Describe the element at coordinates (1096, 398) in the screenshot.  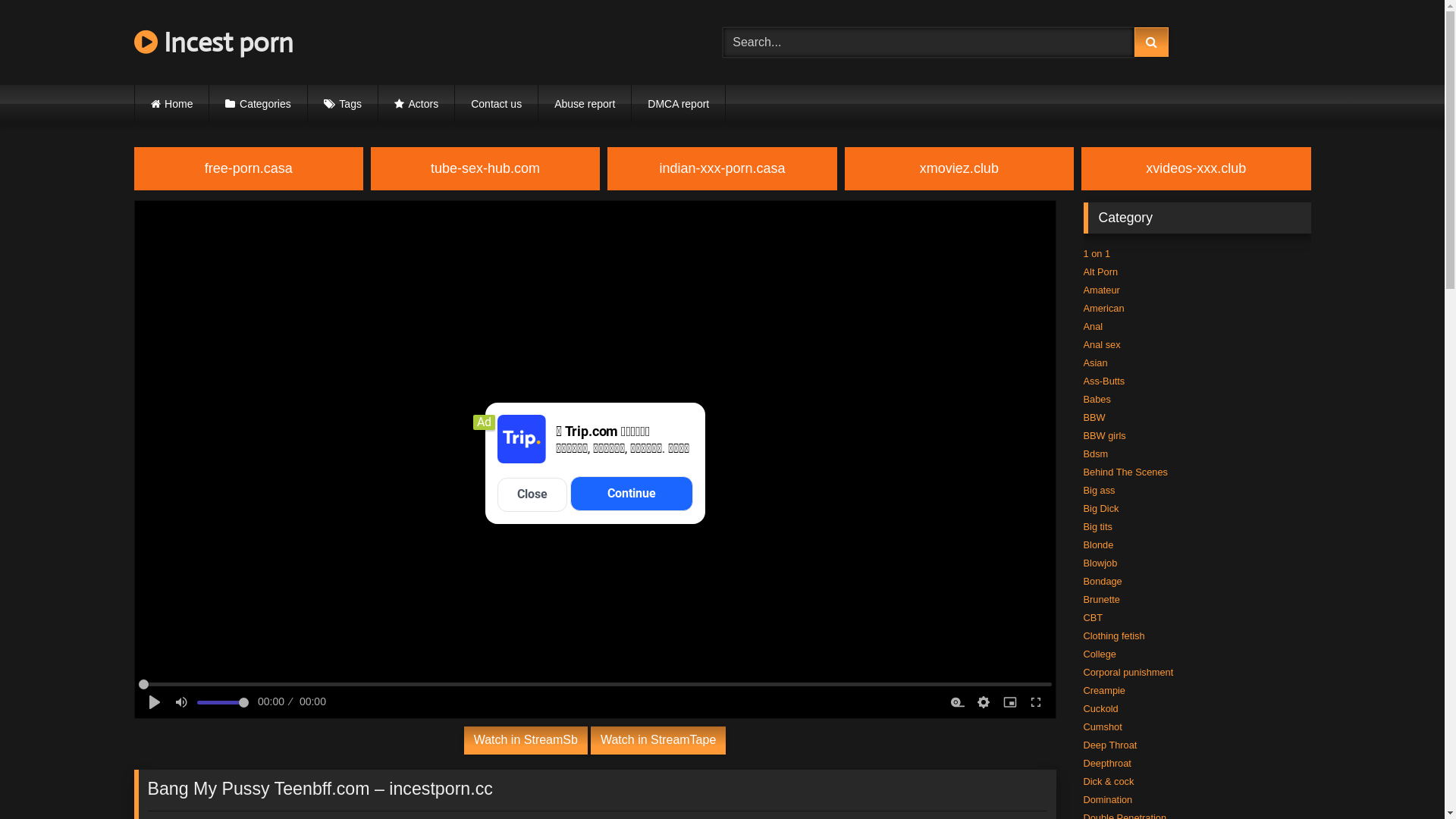
I see `'Babes'` at that location.